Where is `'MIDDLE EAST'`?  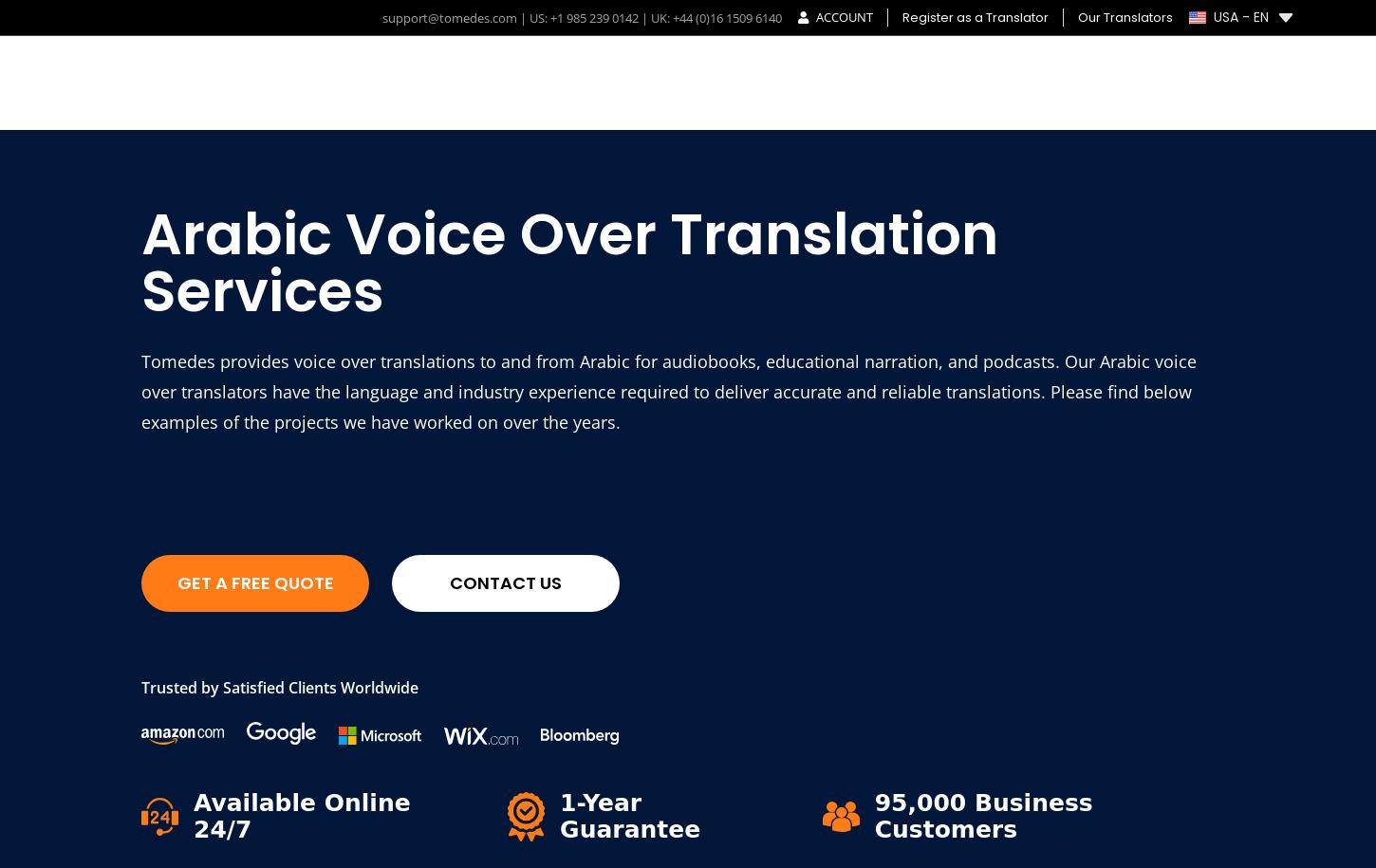
'MIDDLE EAST' is located at coordinates (416, 637).